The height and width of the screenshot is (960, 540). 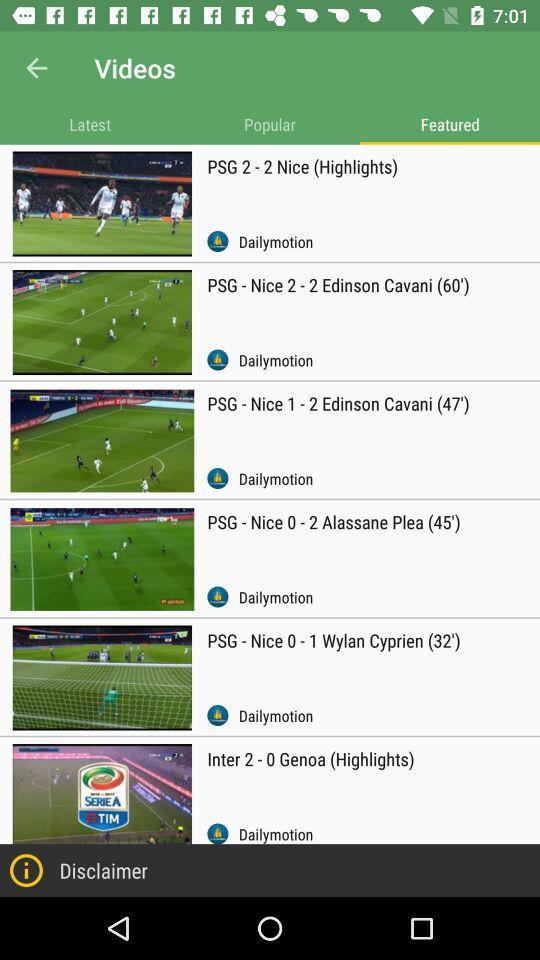 I want to click on latest icon, so click(x=89, y=123).